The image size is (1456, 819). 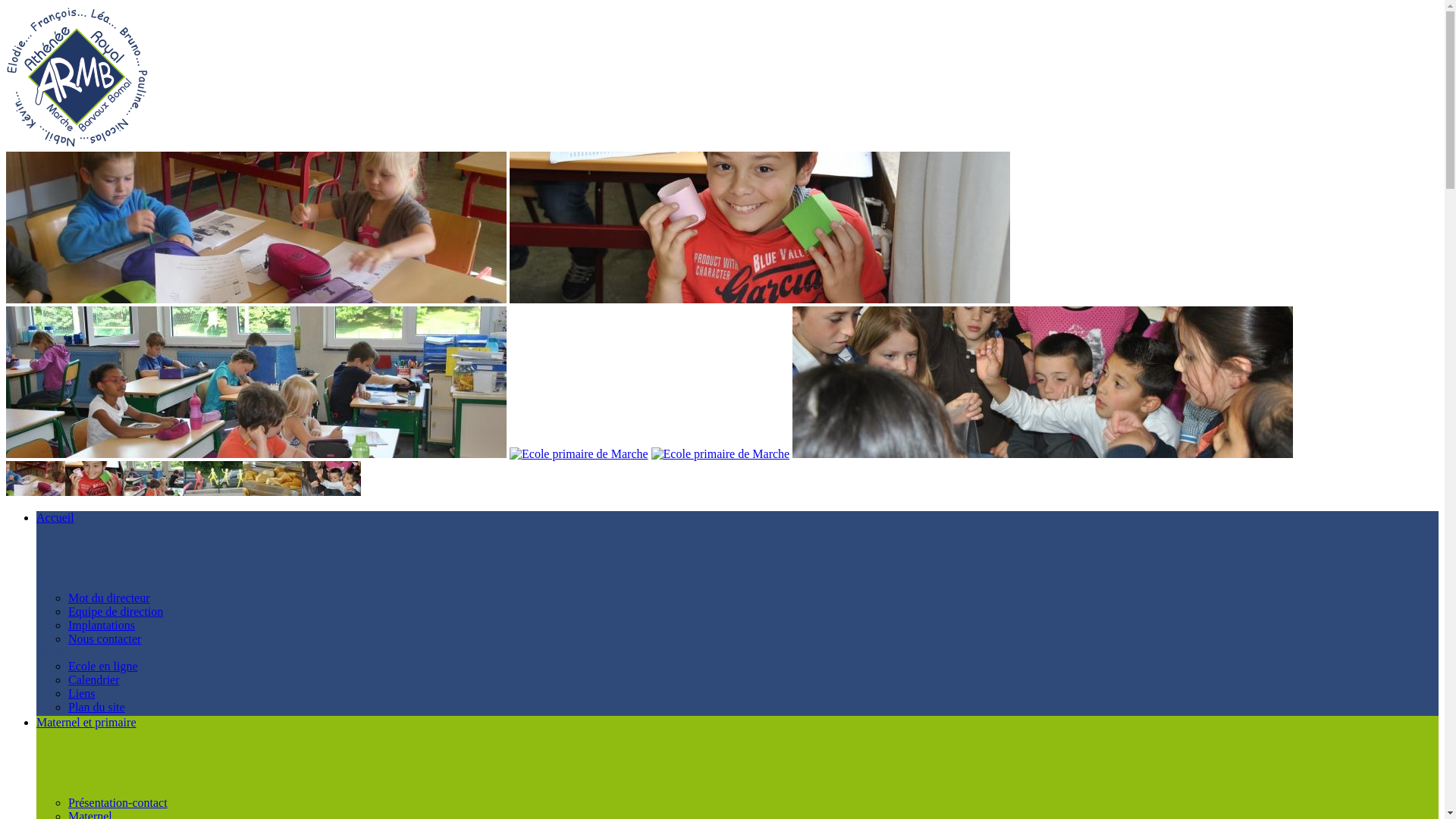 I want to click on 'Nous contacter', so click(x=104, y=639).